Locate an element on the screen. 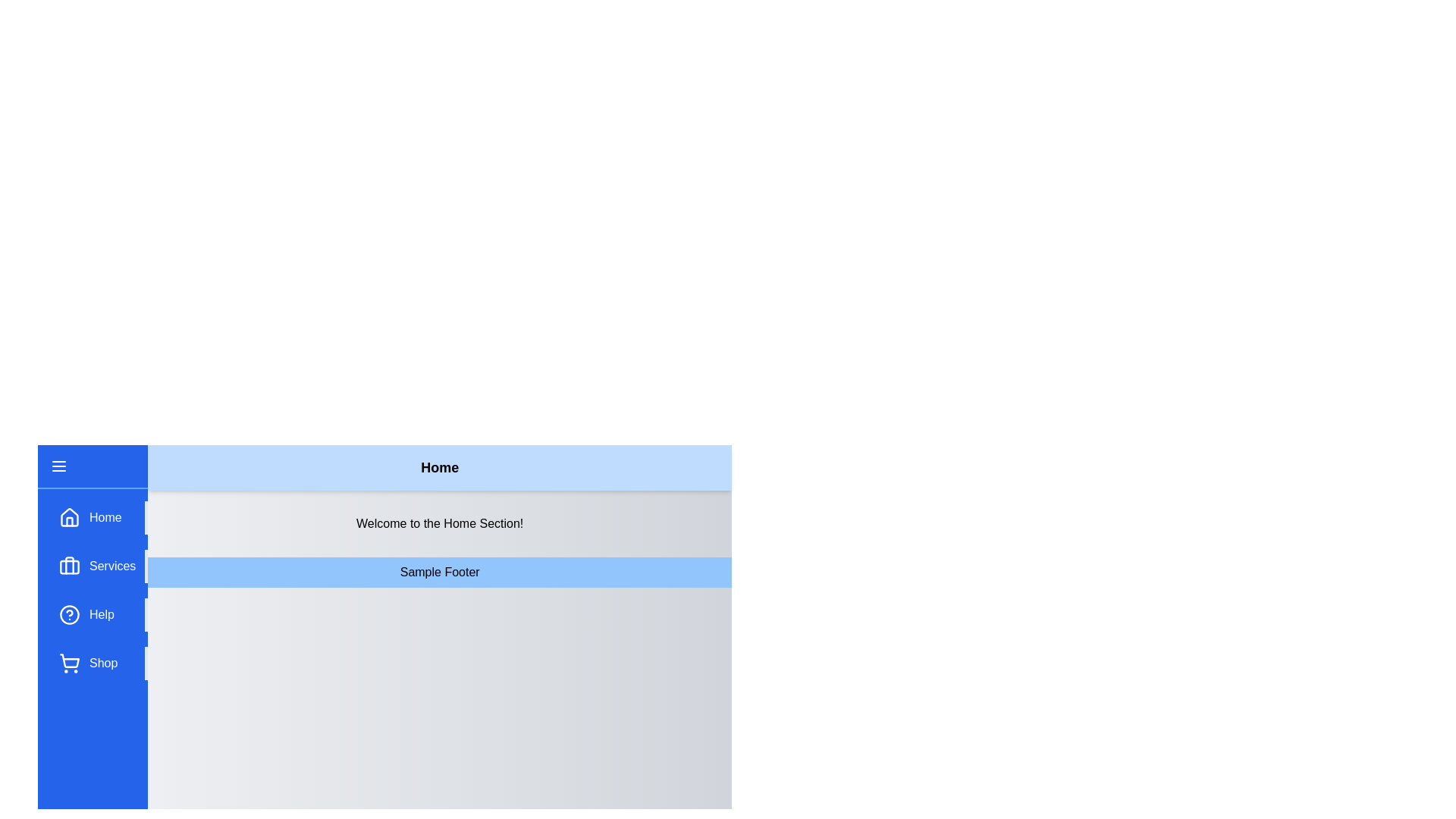 This screenshot has height=819, width=1456. the 'Services' label in the navigation menu, which is styled in white text against a blue background and positioned below the 'Home' item is located at coordinates (111, 566).